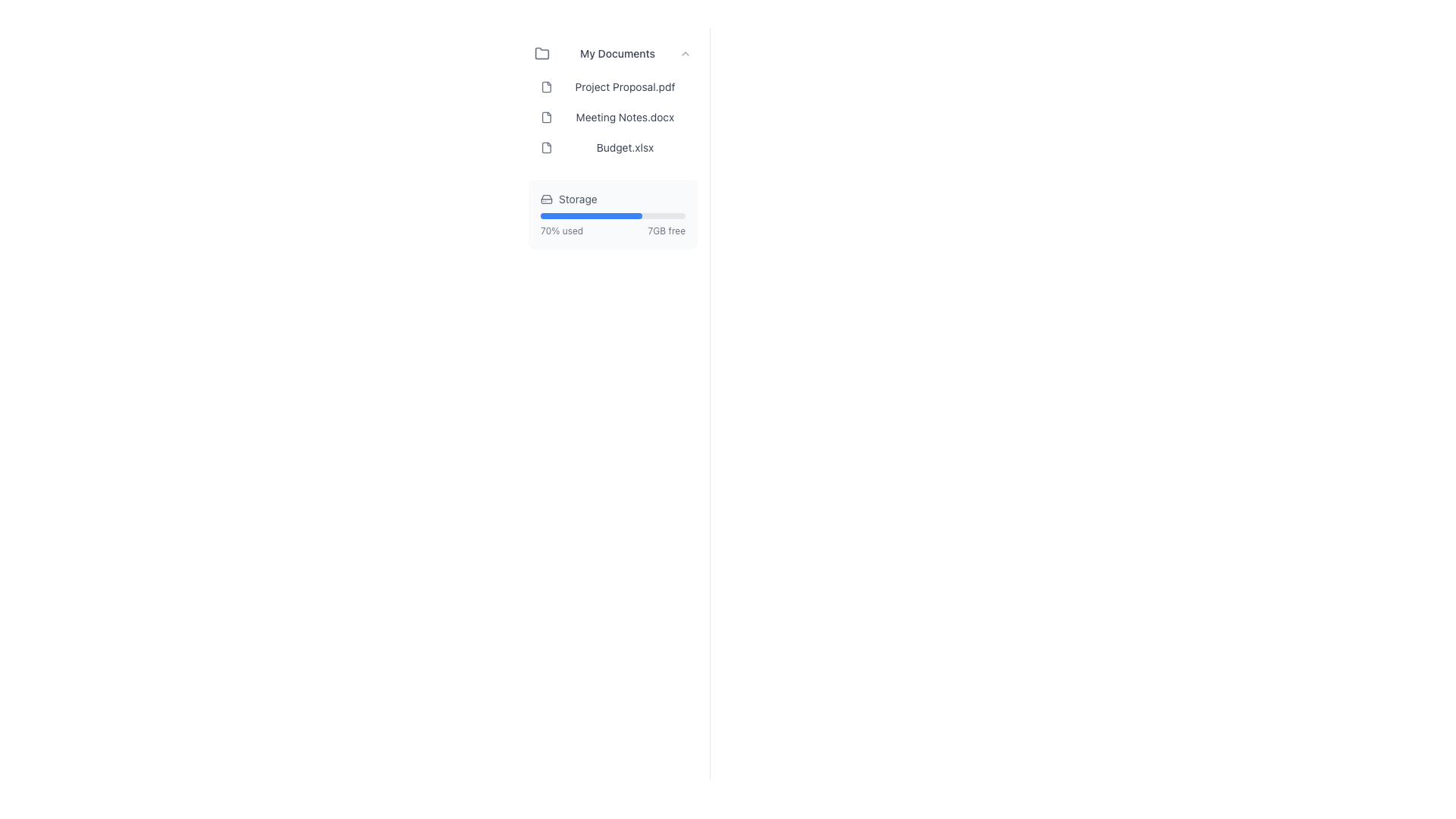 This screenshot has width=1456, height=819. Describe the element at coordinates (616, 116) in the screenshot. I see `on the second list item in the 'My Documents' section, which displays 'Meeting Notes.docx' with a document icon on the left` at that location.